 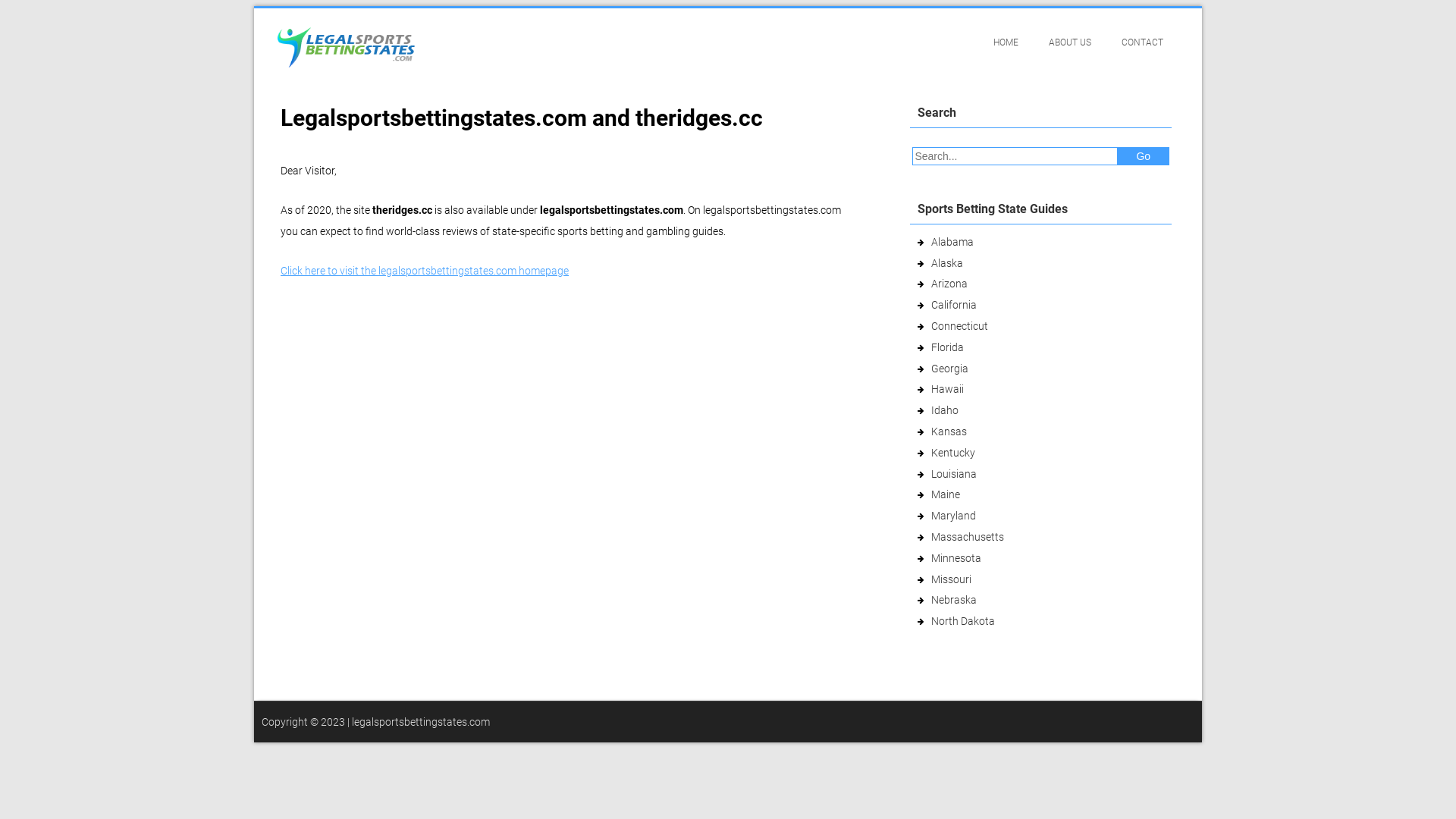 I want to click on 'Hawaii', so click(x=930, y=388).